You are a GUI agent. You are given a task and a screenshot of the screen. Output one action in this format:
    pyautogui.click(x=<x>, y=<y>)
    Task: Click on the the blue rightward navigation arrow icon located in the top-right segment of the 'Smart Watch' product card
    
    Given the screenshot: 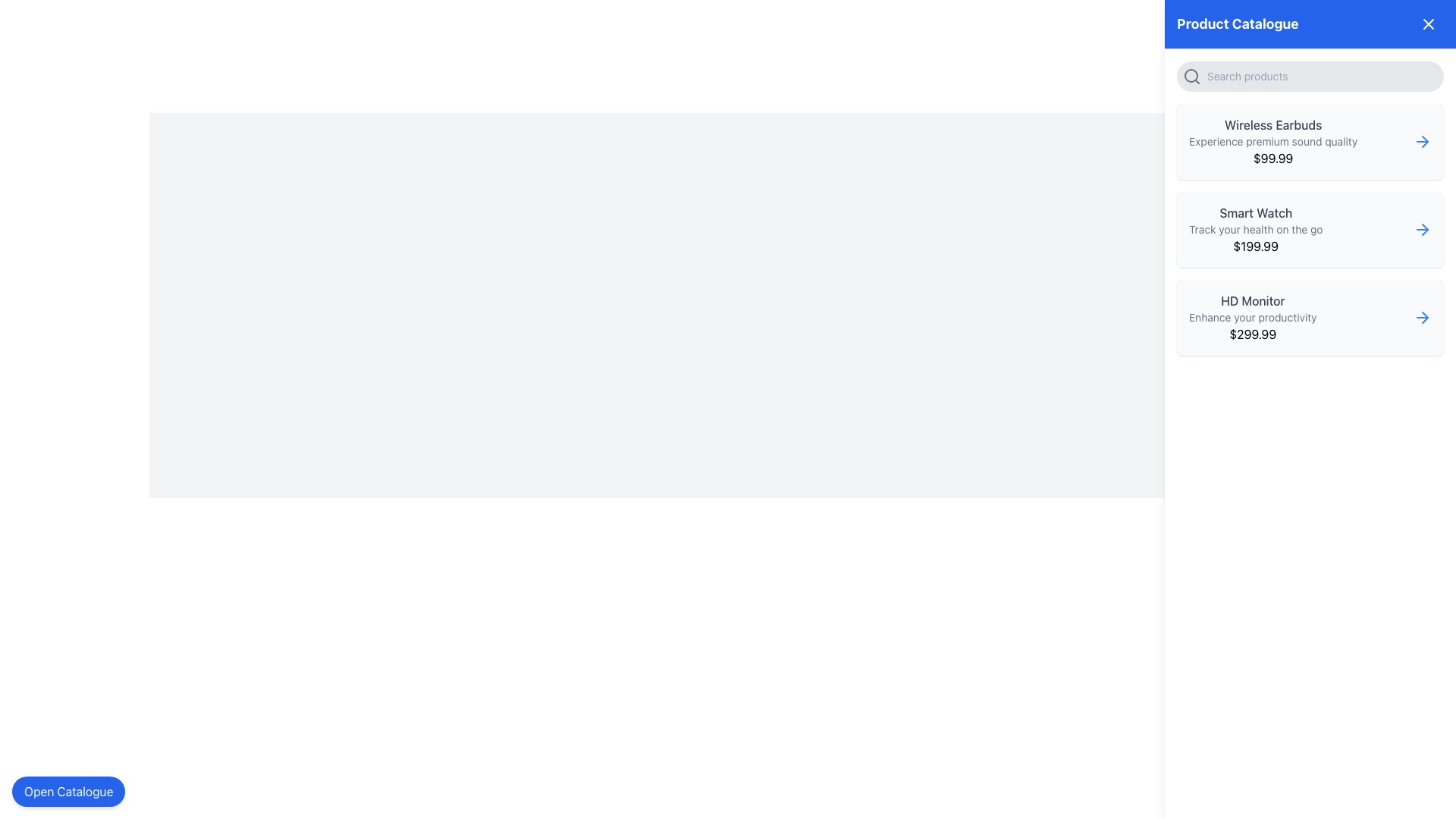 What is the action you would take?
    pyautogui.click(x=1422, y=230)
    